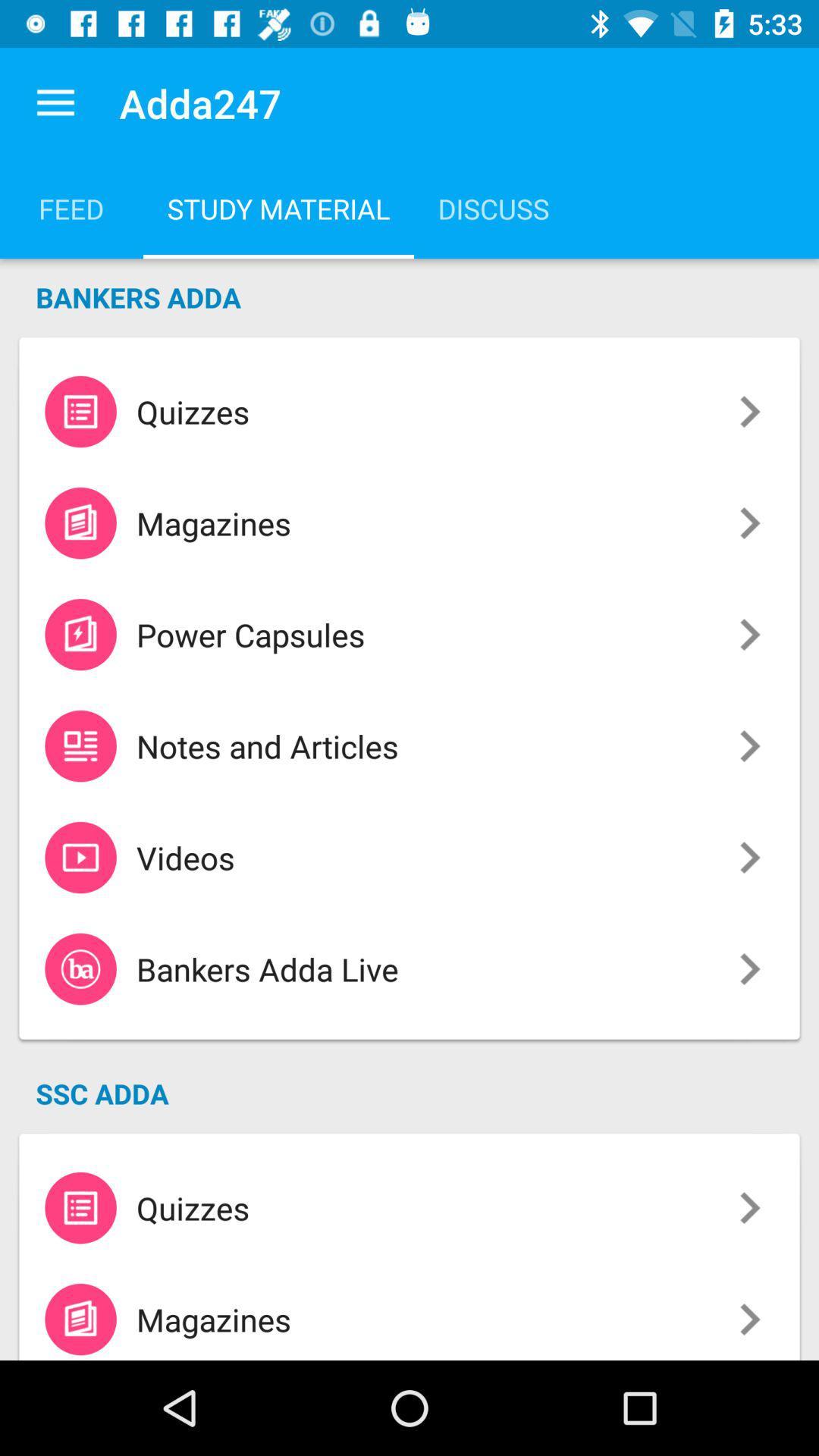 This screenshot has height=1456, width=819. I want to click on the icon to the left of adda247, so click(55, 102).